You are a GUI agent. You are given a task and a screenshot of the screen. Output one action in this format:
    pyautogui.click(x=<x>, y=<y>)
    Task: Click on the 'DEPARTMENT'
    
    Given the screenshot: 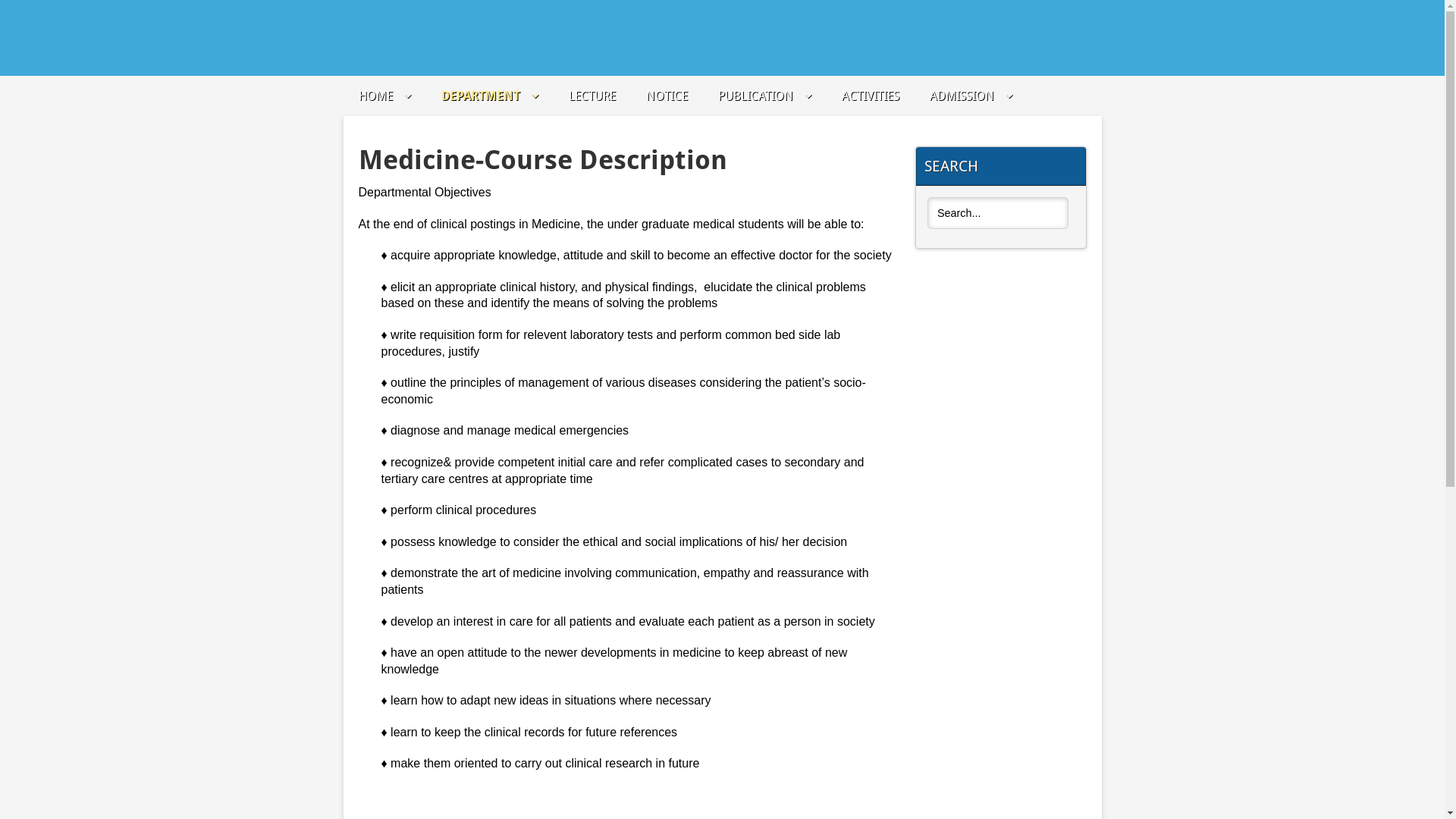 What is the action you would take?
    pyautogui.click(x=440, y=96)
    